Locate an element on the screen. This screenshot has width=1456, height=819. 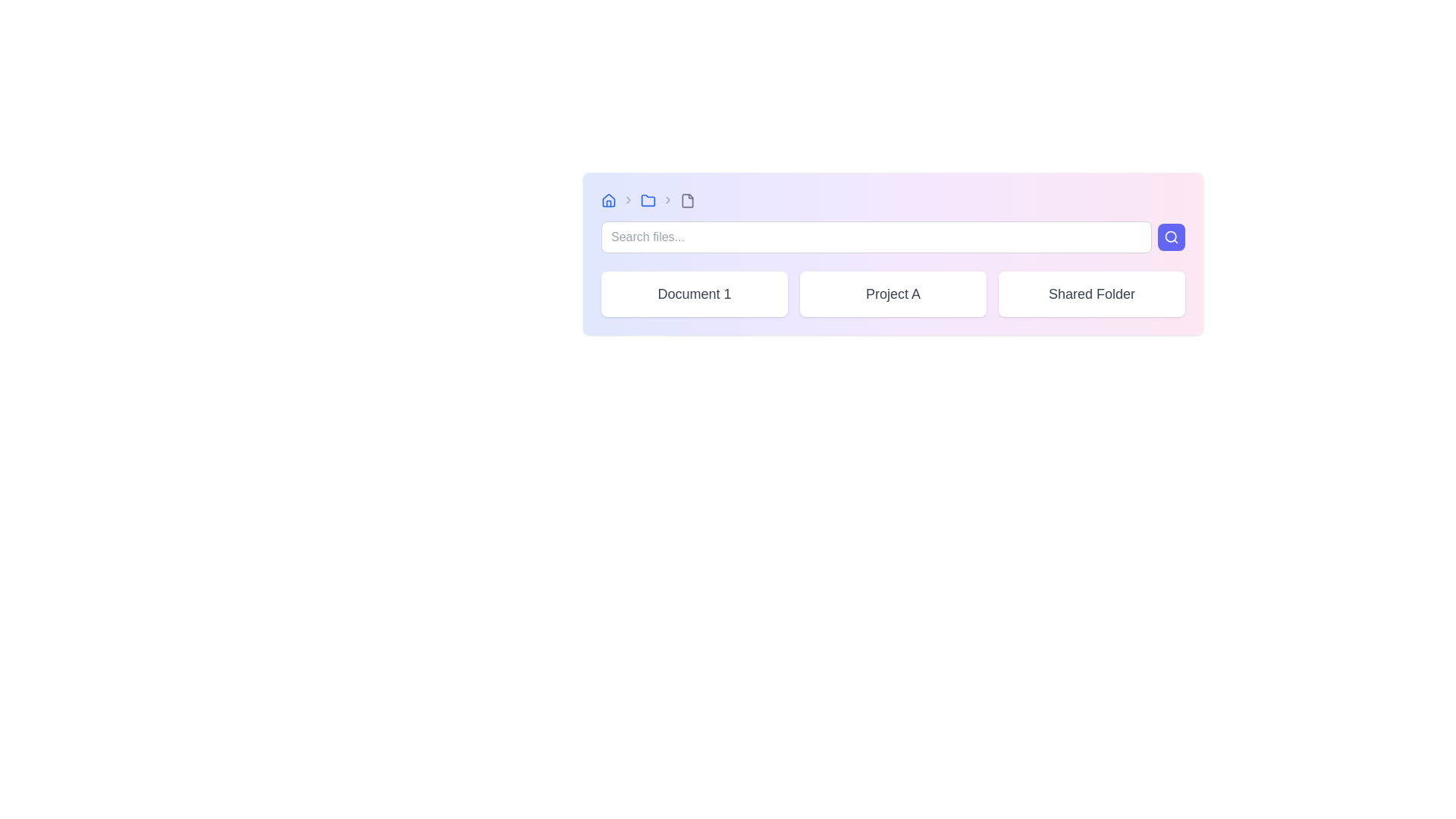
the 'Shared Folder' text label, which is a medium-sized, gray font label located to the right of 'Project A' in the far-right section of the interface is located at coordinates (1092, 294).